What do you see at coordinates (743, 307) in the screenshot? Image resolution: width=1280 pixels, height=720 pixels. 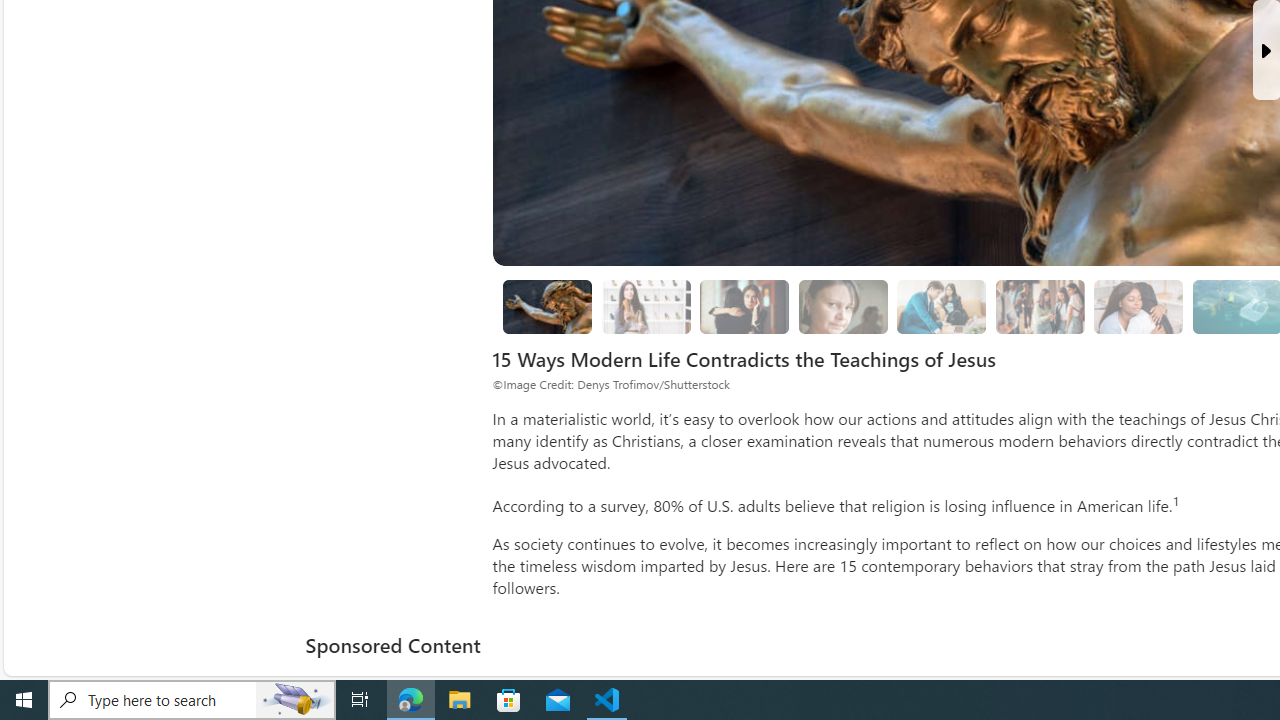 I see `'4. The Manipulative'` at bounding box center [743, 307].